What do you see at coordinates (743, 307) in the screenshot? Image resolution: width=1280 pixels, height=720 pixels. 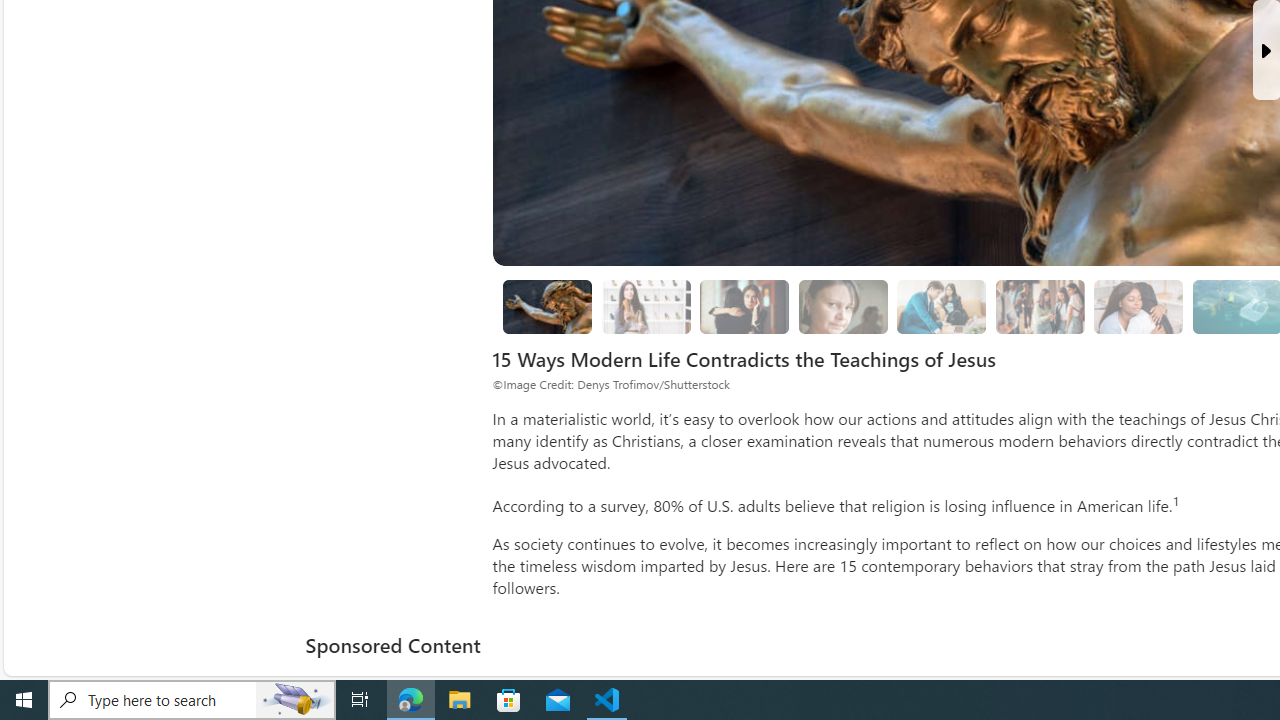 I see `'4. The Manipulative'` at bounding box center [743, 307].